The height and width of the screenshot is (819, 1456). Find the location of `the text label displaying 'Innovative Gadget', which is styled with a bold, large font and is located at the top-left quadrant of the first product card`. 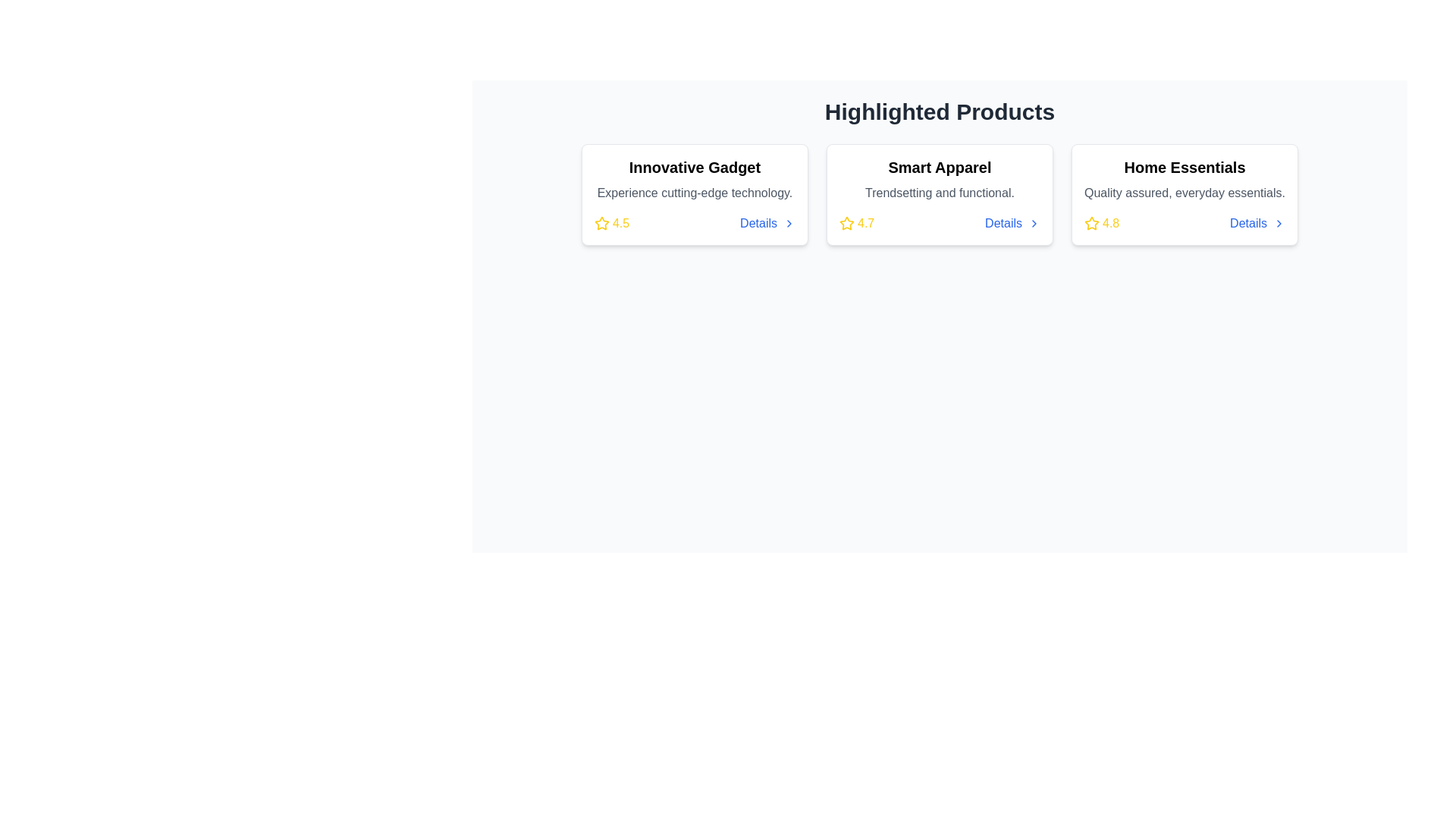

the text label displaying 'Innovative Gadget', which is styled with a bold, large font and is located at the top-left quadrant of the first product card is located at coordinates (694, 167).